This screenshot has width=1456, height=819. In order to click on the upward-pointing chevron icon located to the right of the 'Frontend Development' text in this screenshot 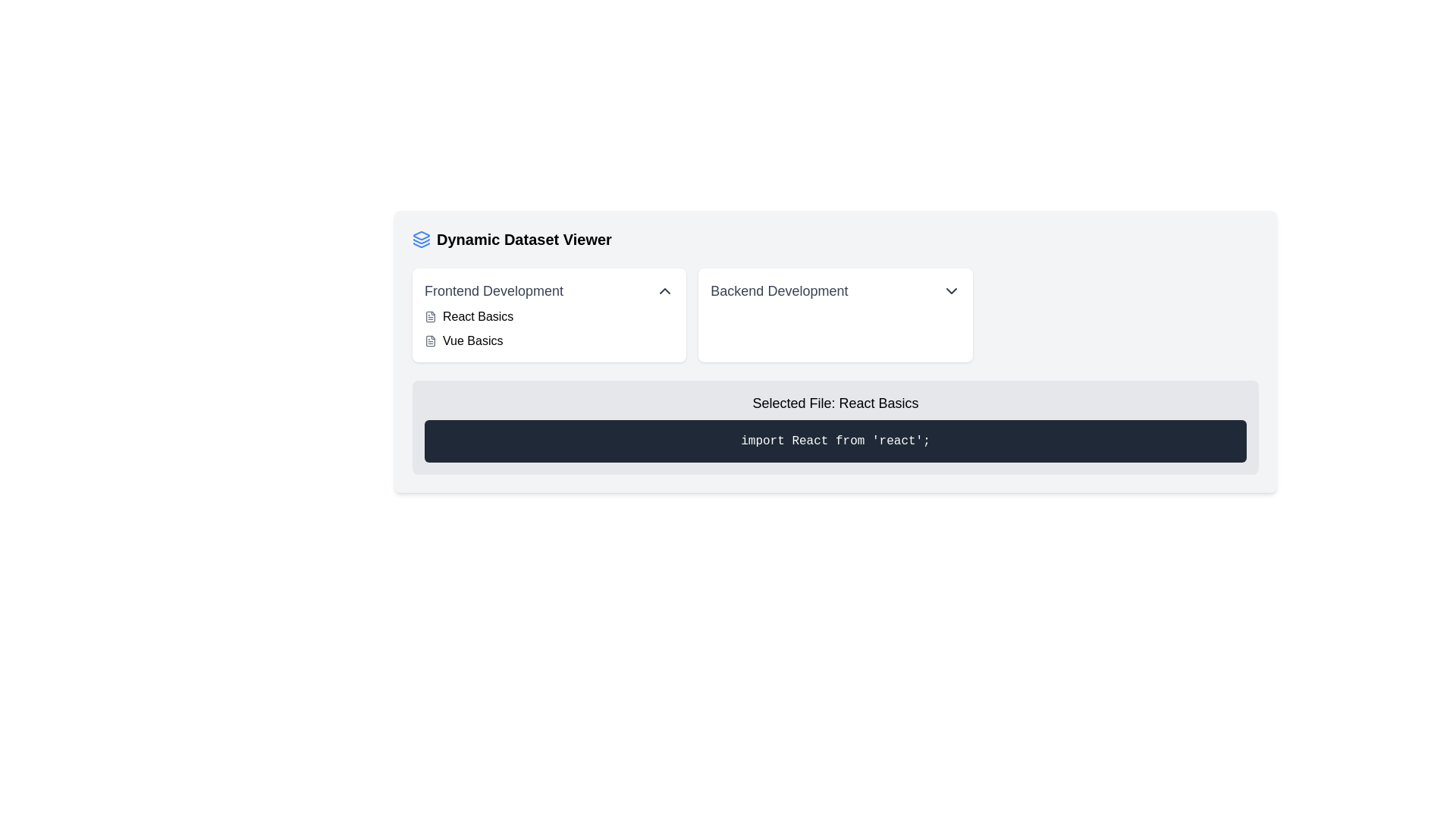, I will do `click(665, 291)`.